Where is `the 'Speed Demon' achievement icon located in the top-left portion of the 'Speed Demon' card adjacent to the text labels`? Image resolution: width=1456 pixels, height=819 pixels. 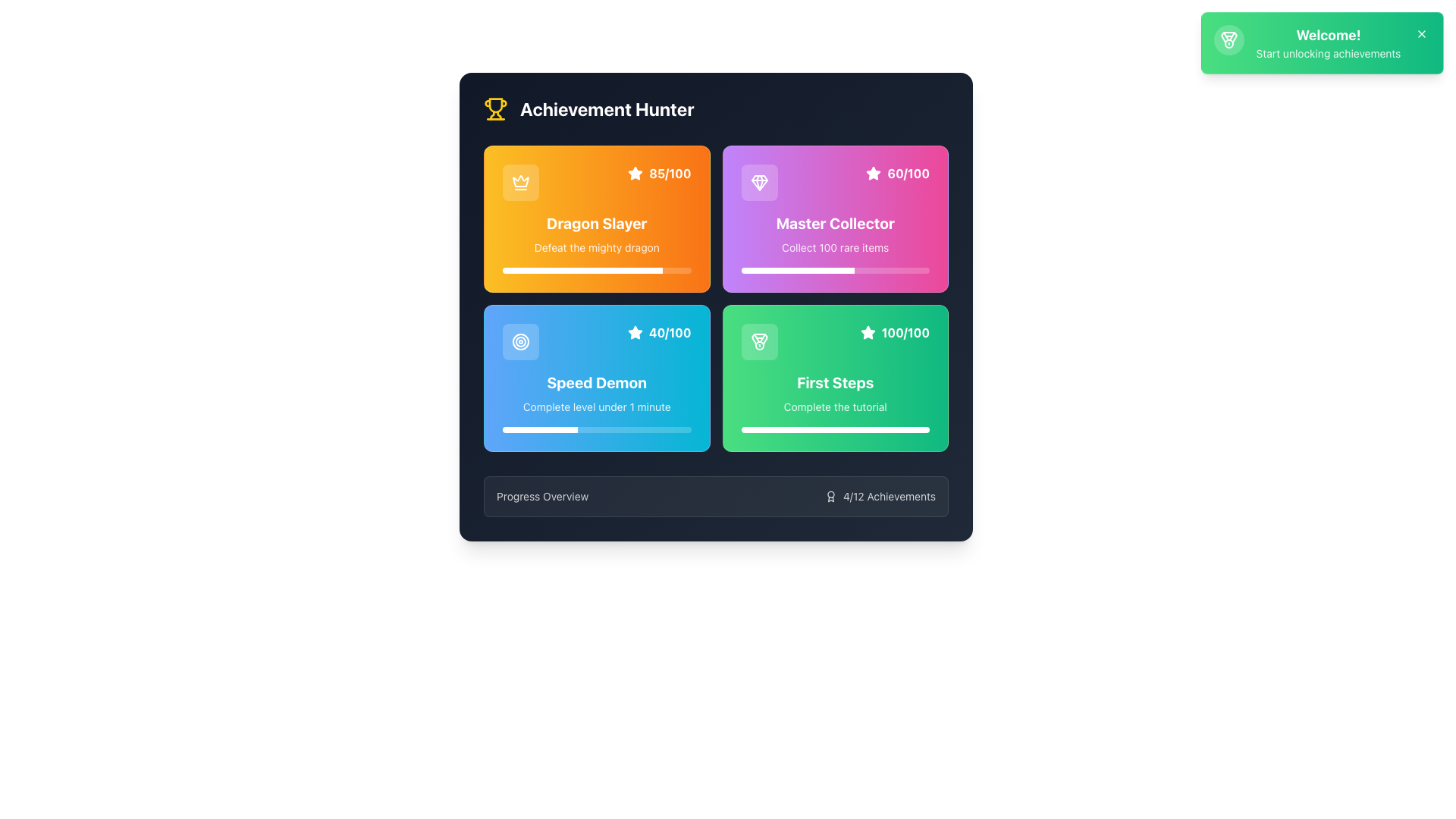
the 'Speed Demon' achievement icon located in the top-left portion of the 'Speed Demon' card adjacent to the text labels is located at coordinates (520, 342).